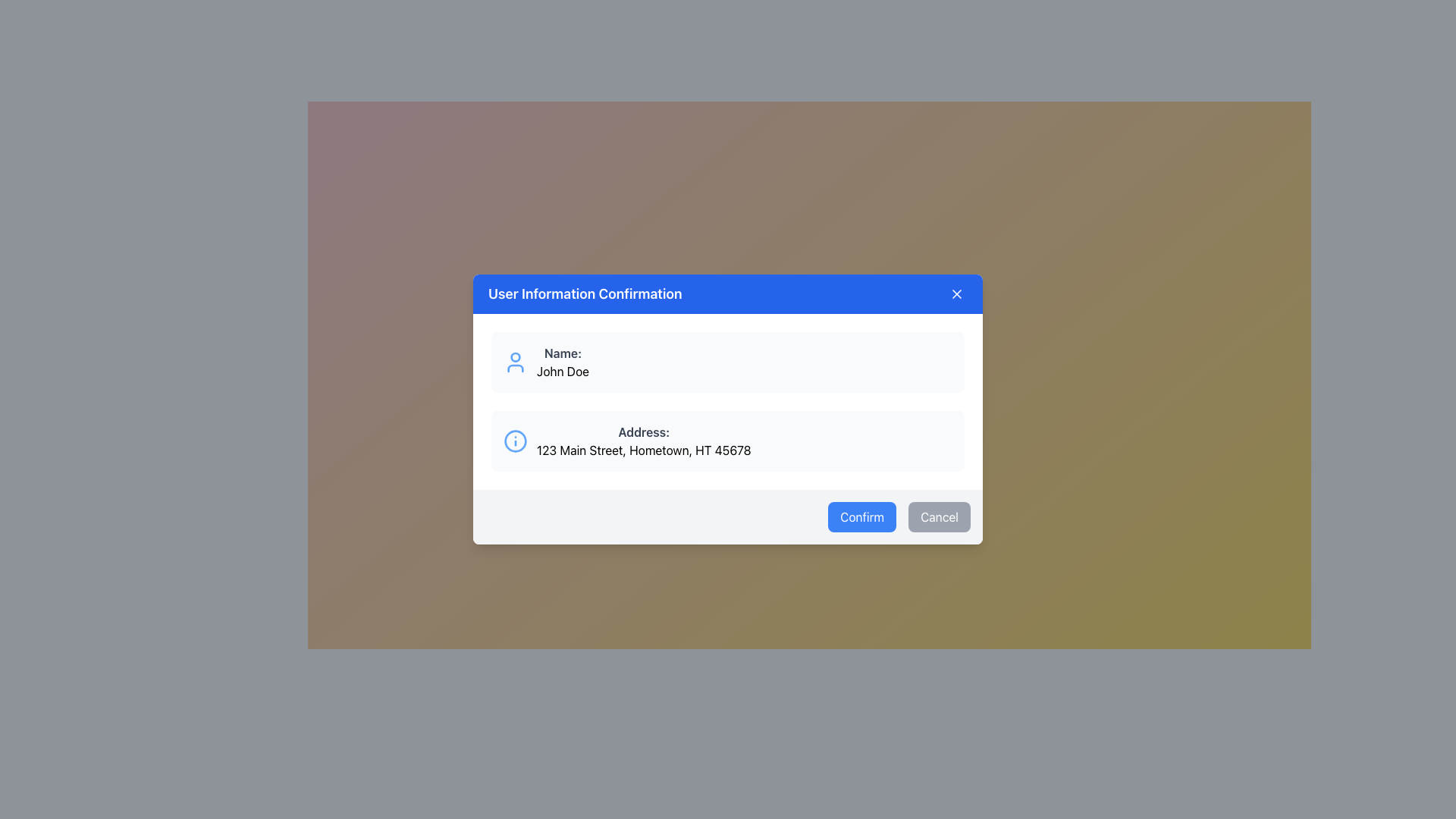 Image resolution: width=1456 pixels, height=819 pixels. What do you see at coordinates (644, 432) in the screenshot?
I see `the Text Label indicating user address information located within the 'User Information Confirmation' modal dialog, positioned below the name label and above the address text` at bounding box center [644, 432].